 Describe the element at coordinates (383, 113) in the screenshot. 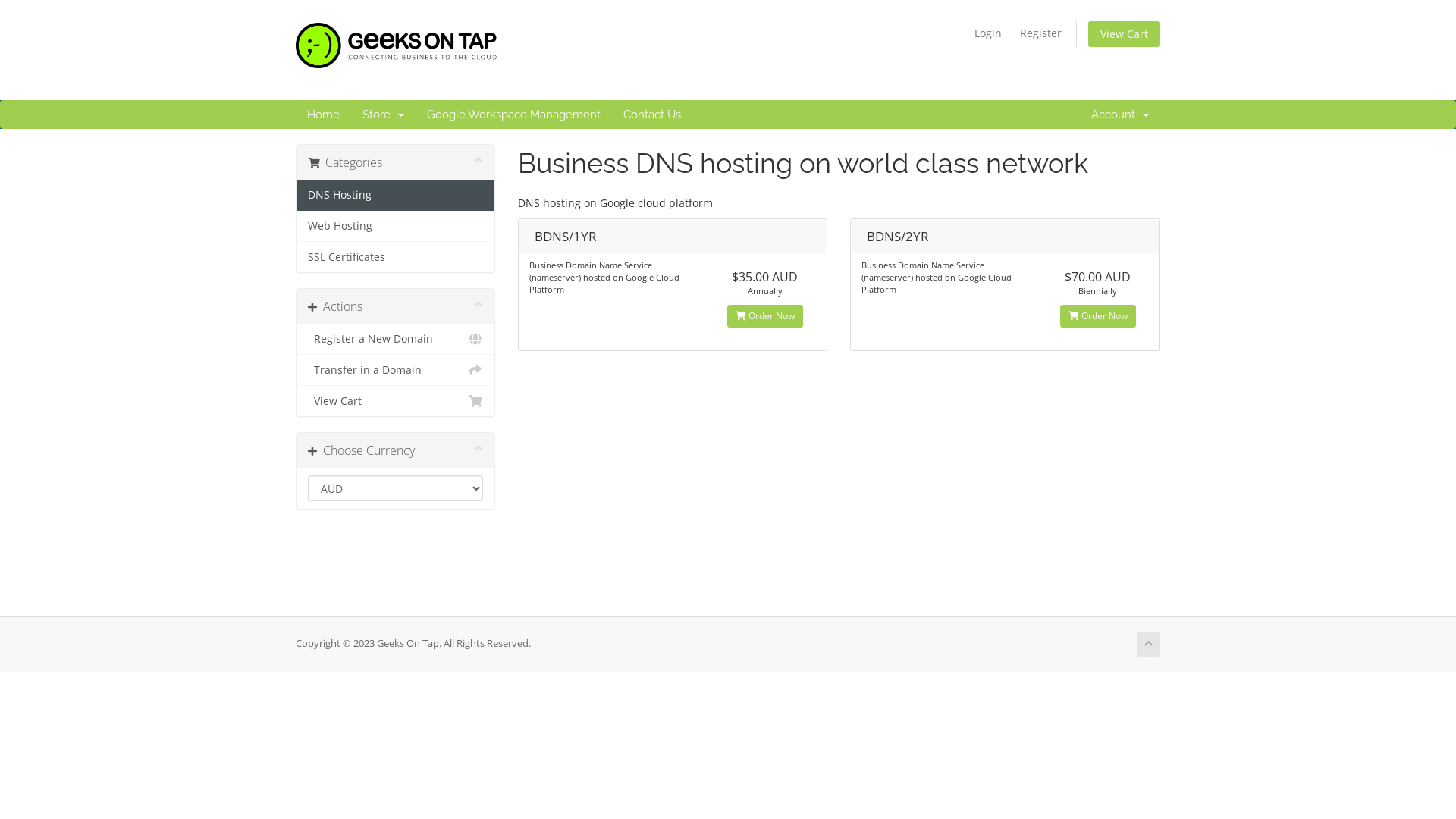

I see `'Store  '` at that location.